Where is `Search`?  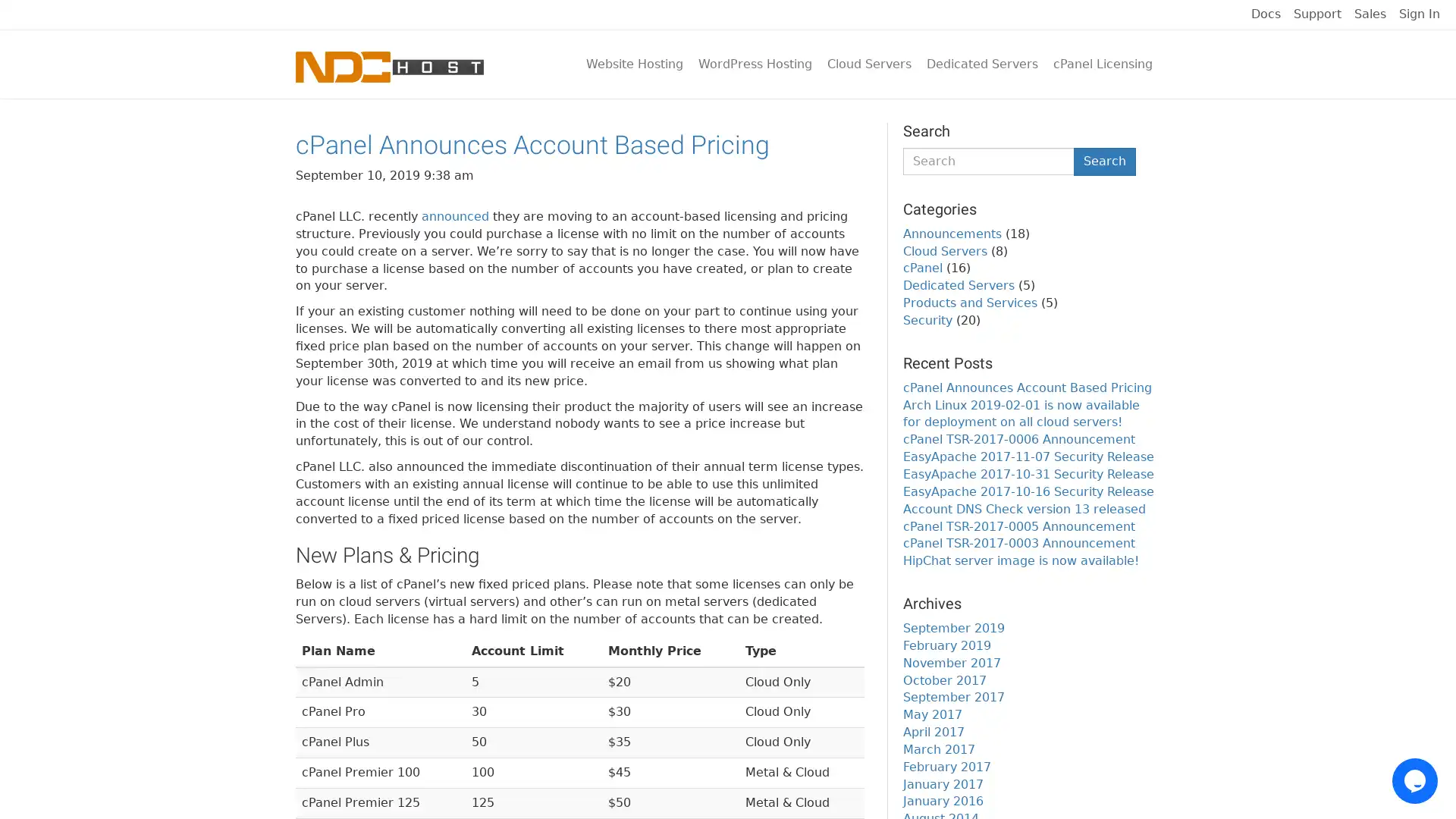
Search is located at coordinates (1105, 161).